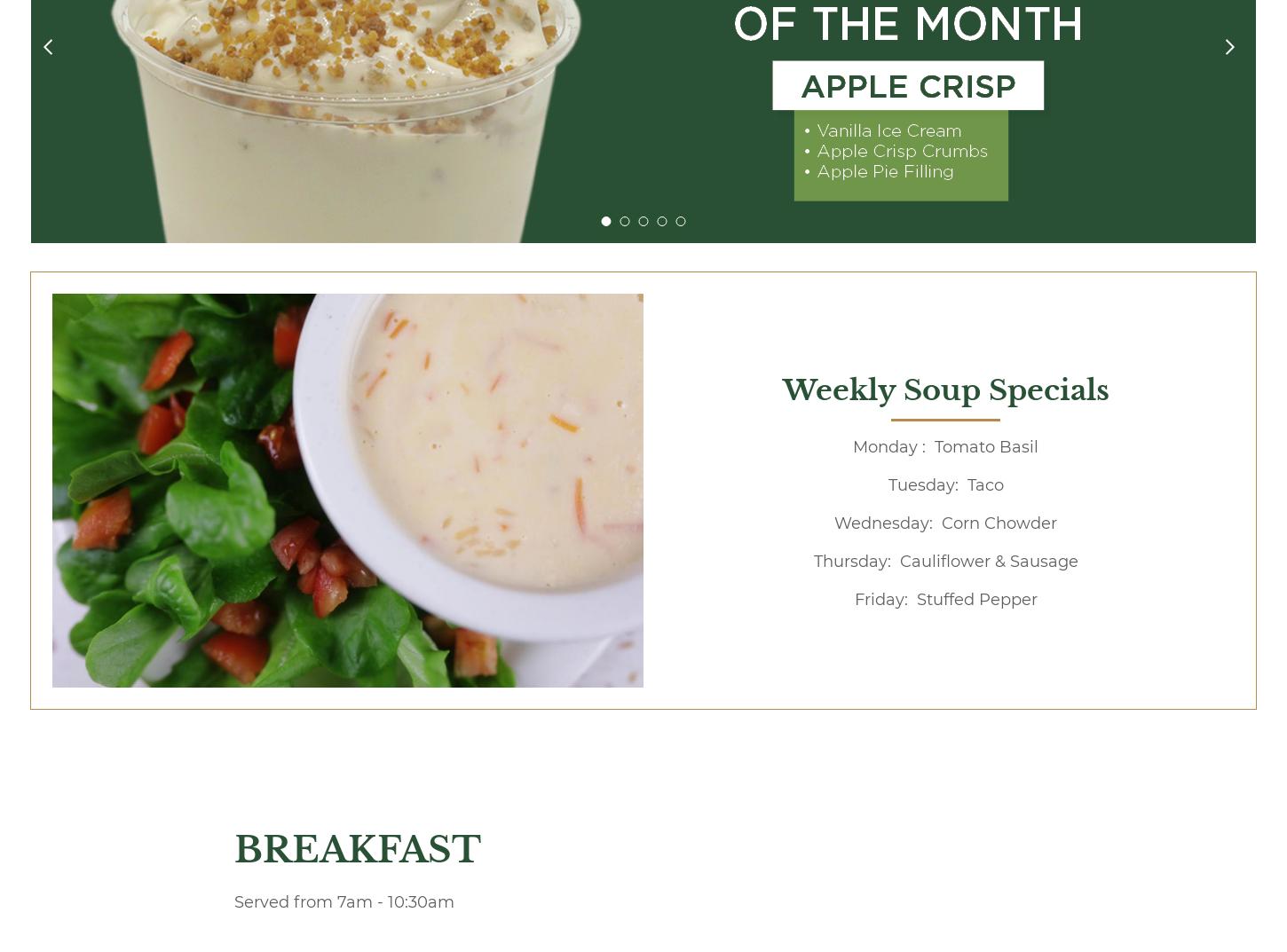 Image resolution: width=1287 pixels, height=952 pixels. What do you see at coordinates (552, 727) in the screenshot?
I see `'Located on 50 acres in the rolling hills of Holmes County, Keim is the destination and trusted source for your home, building, and woodworking needs. Founded in 1911, our fourth-generation family business is dedicated to caring for your project like we care for our own.'` at bounding box center [552, 727].